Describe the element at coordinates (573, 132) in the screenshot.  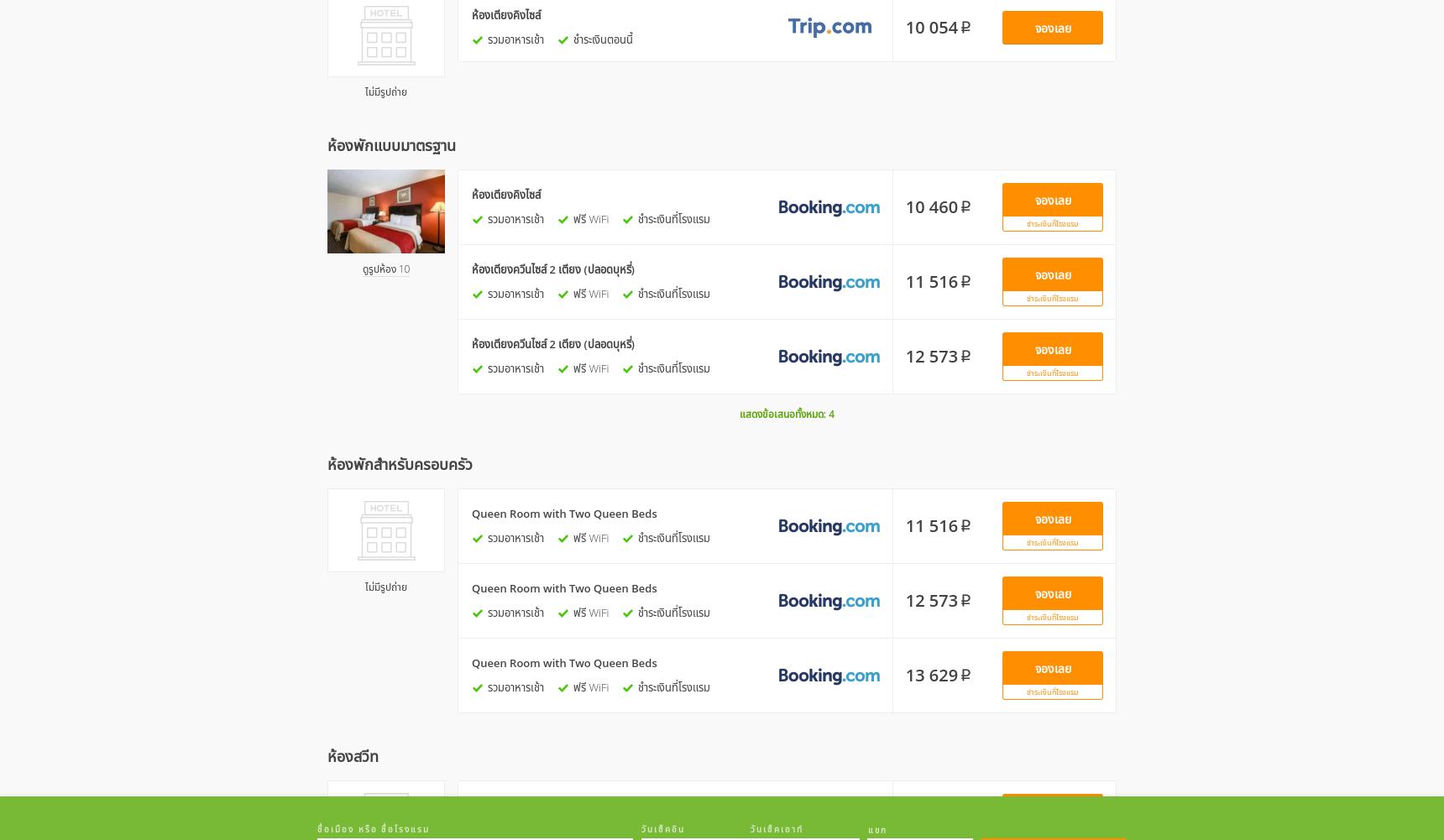
I see `'ร้านอาหาร/คาเฟ่'` at that location.